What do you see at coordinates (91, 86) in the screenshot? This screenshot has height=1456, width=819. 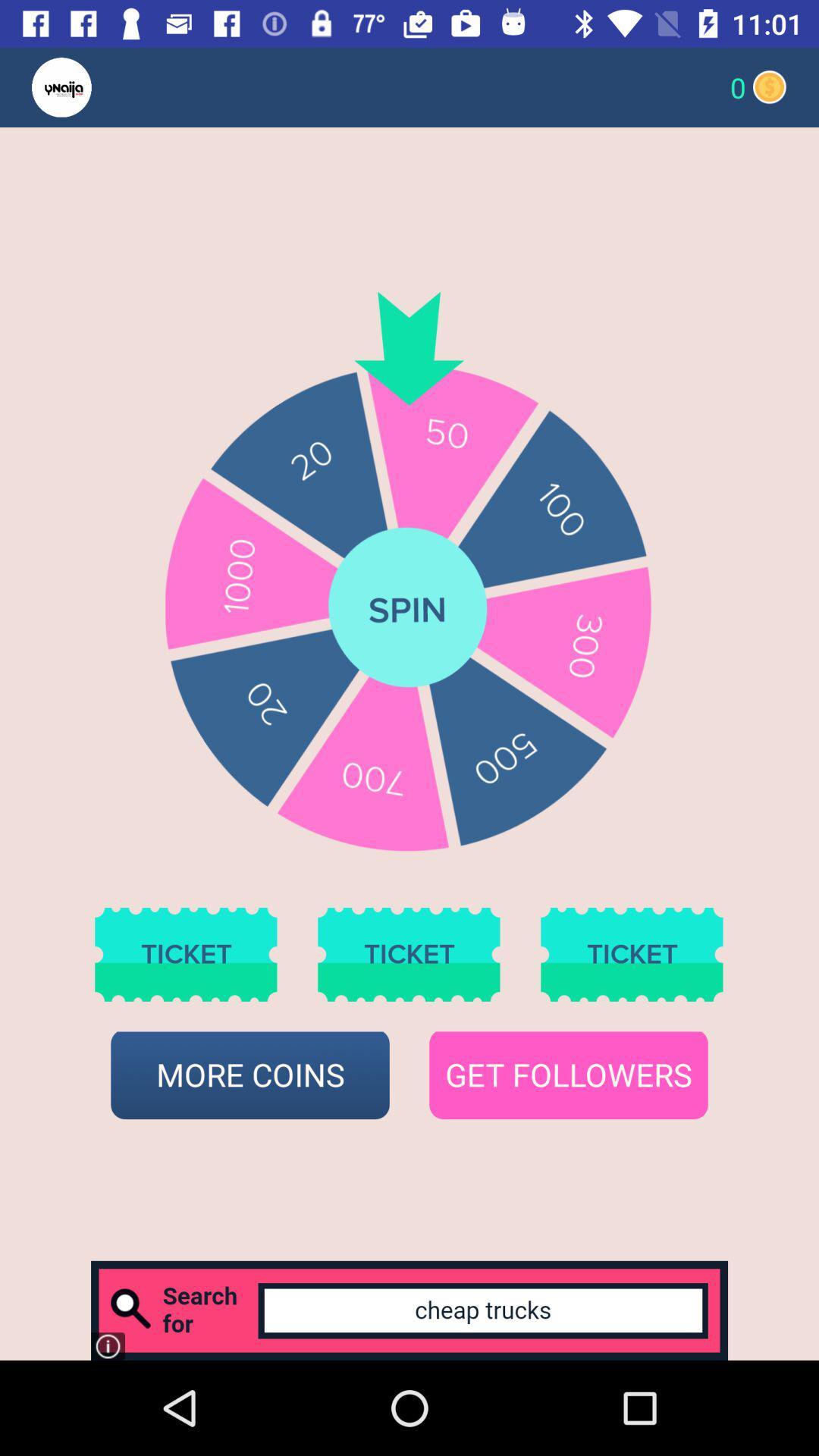 I see `icon at the top left corner` at bounding box center [91, 86].